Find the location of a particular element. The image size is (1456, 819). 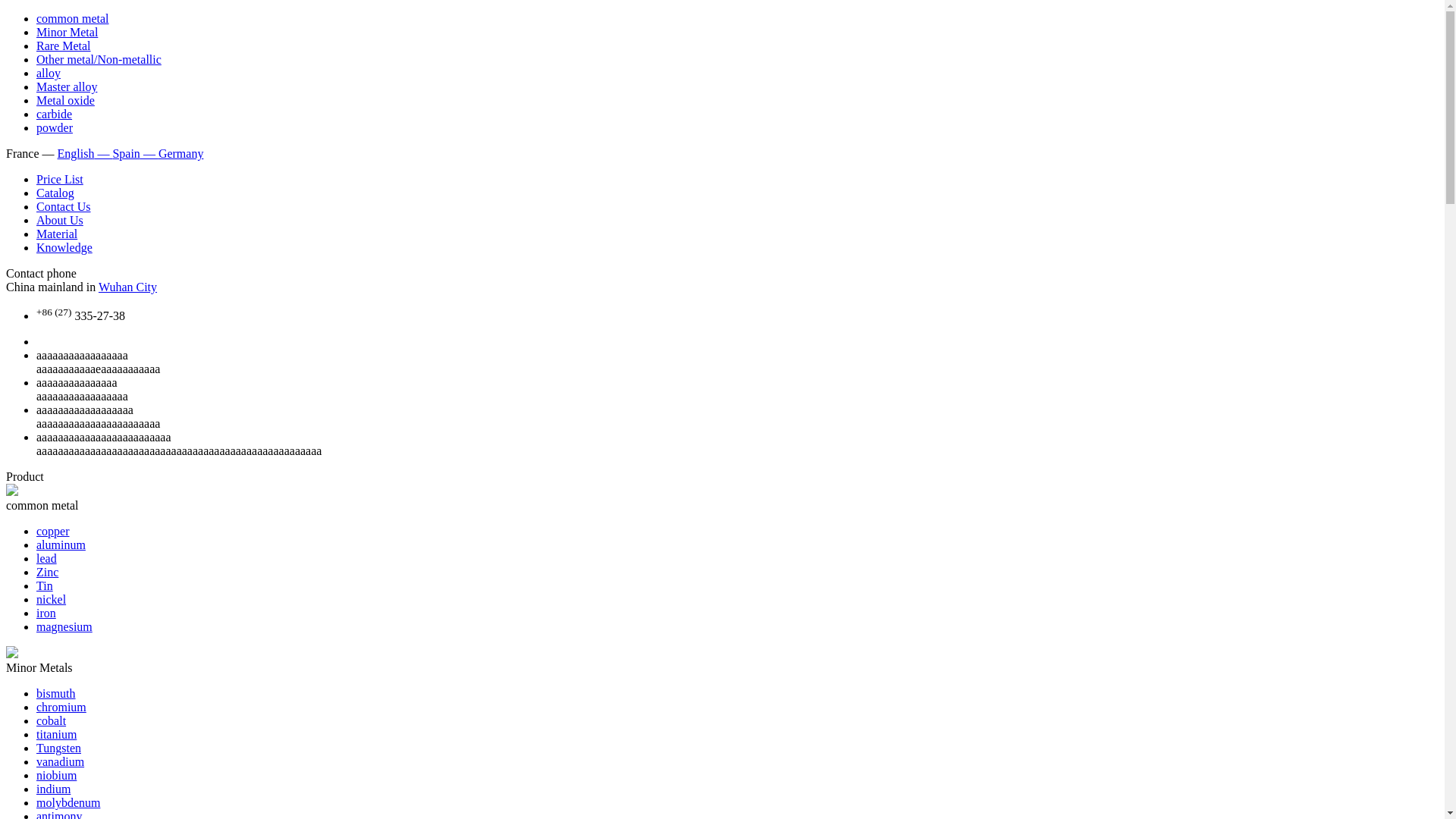

'Tungsten' is located at coordinates (36, 747).